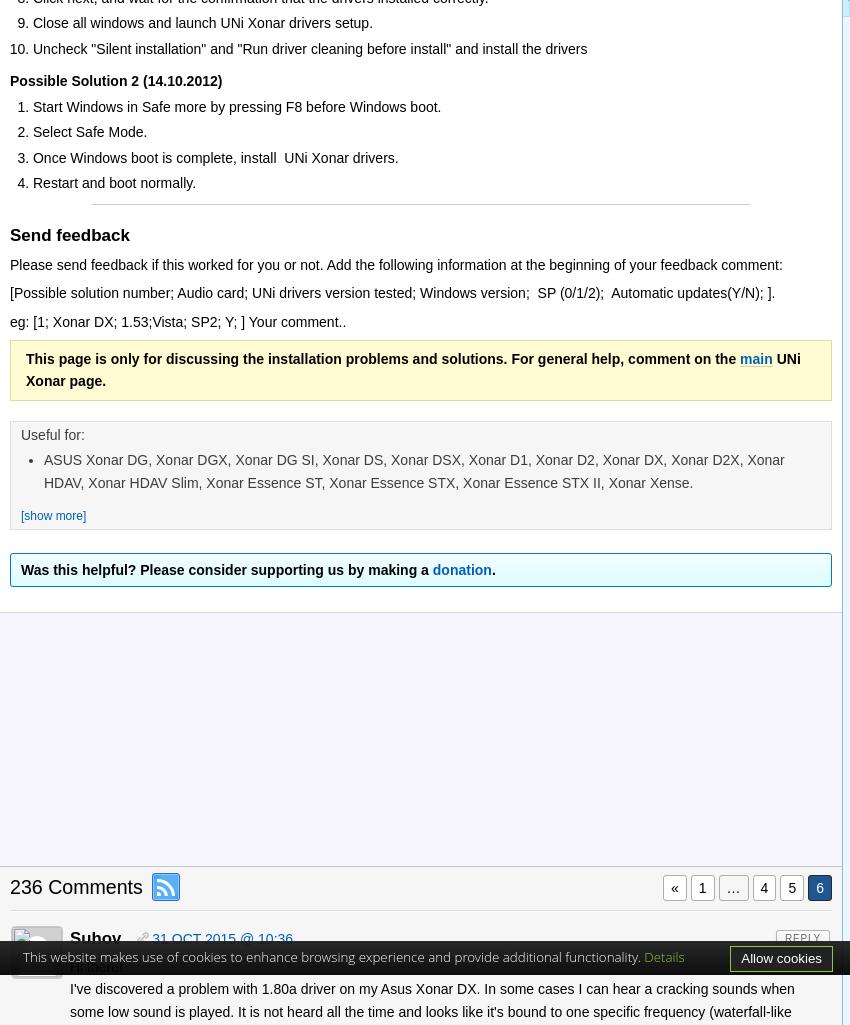 This screenshot has width=850, height=1025. Describe the element at coordinates (382, 357) in the screenshot. I see `'This page is only for discussing the installation problems and solutions. For general help, comment on the'` at that location.